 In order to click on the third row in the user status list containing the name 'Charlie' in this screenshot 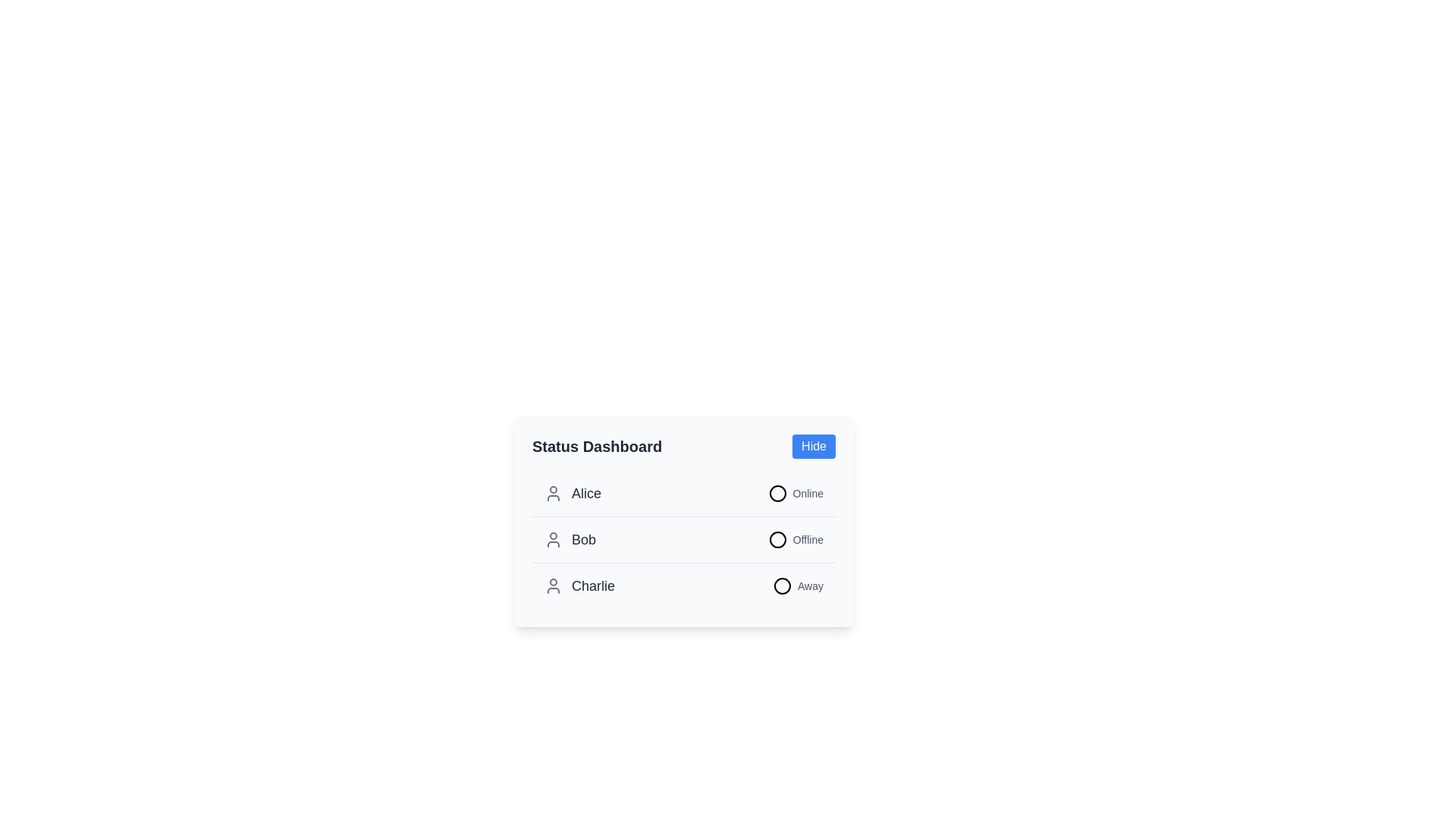, I will do `click(683, 585)`.